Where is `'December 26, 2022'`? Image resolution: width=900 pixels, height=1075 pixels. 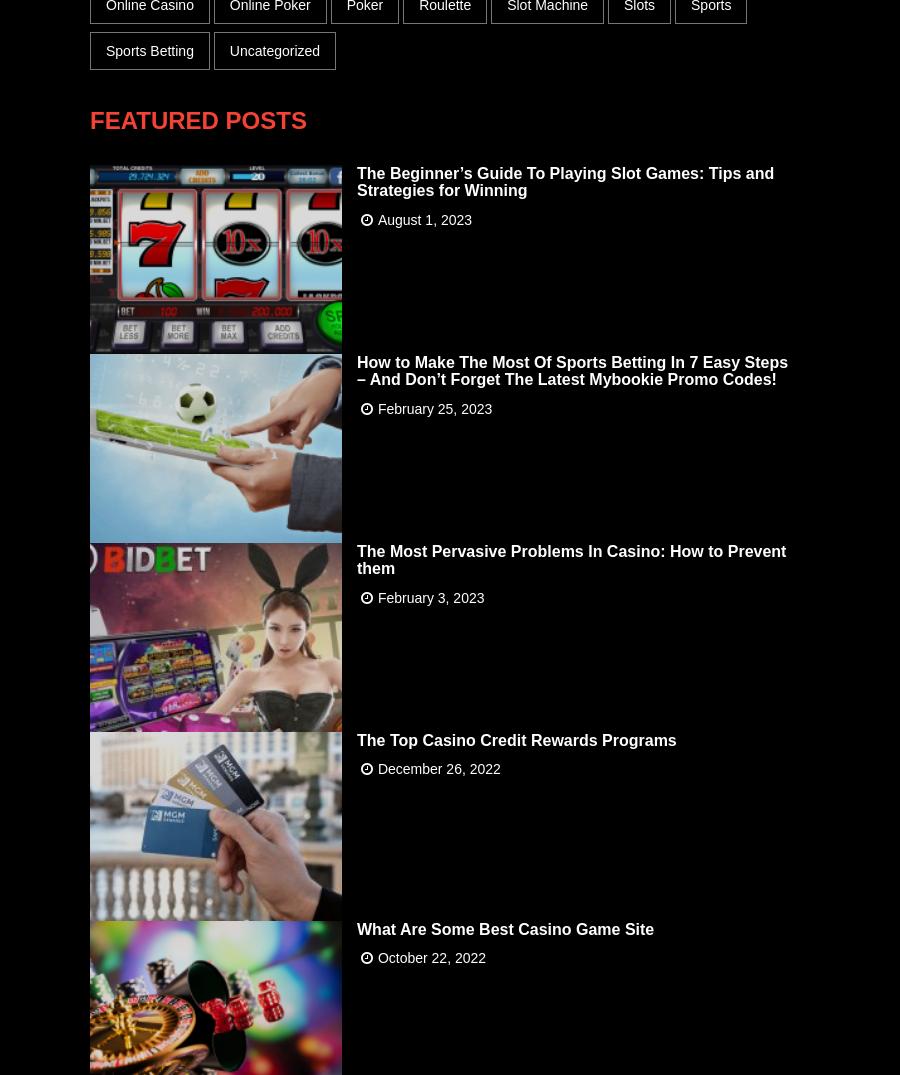 'December 26, 2022' is located at coordinates (438, 767).